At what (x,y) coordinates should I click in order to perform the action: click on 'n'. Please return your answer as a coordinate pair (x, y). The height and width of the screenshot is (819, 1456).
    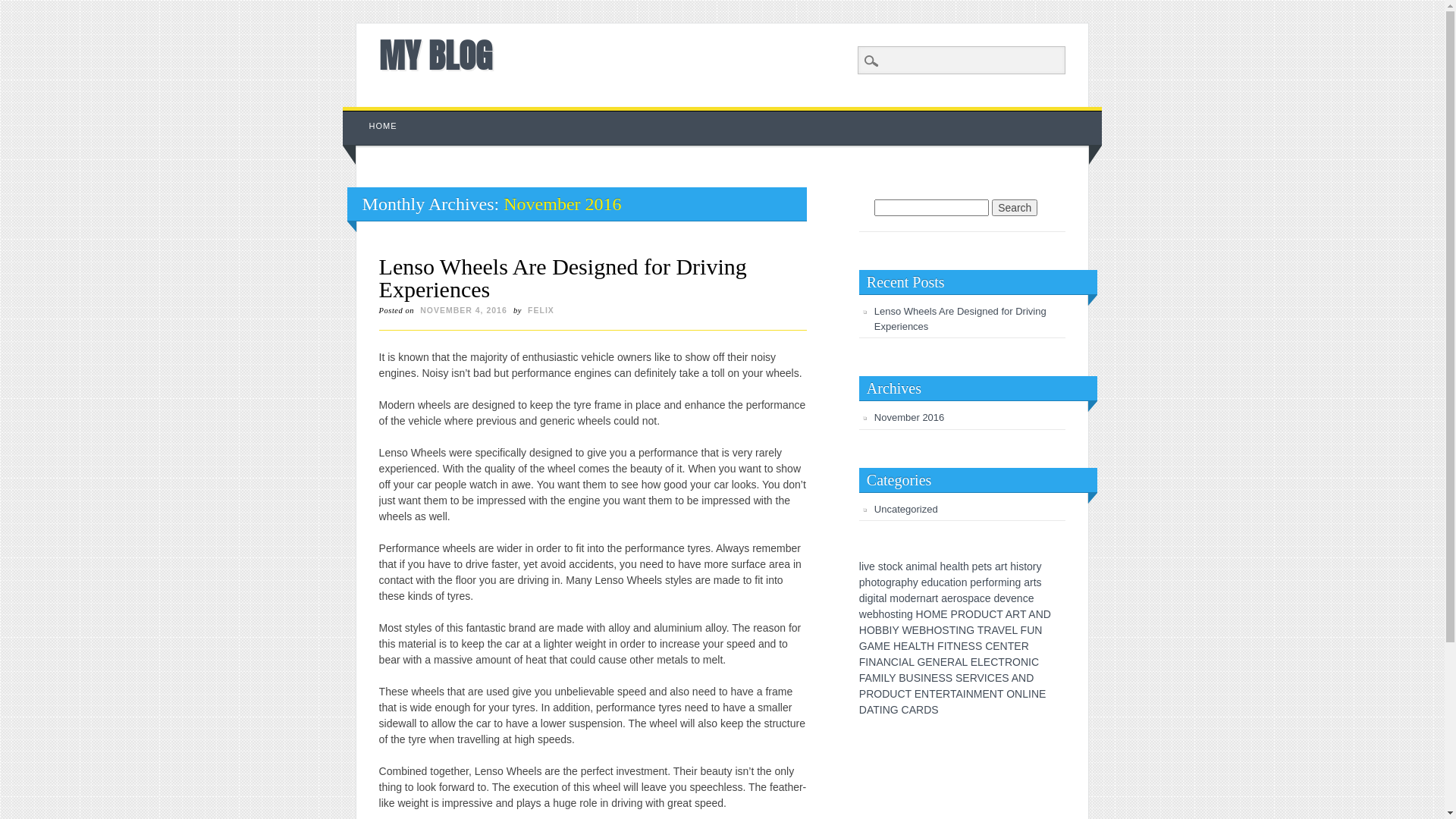
    Looking at the image, I should click on (922, 598).